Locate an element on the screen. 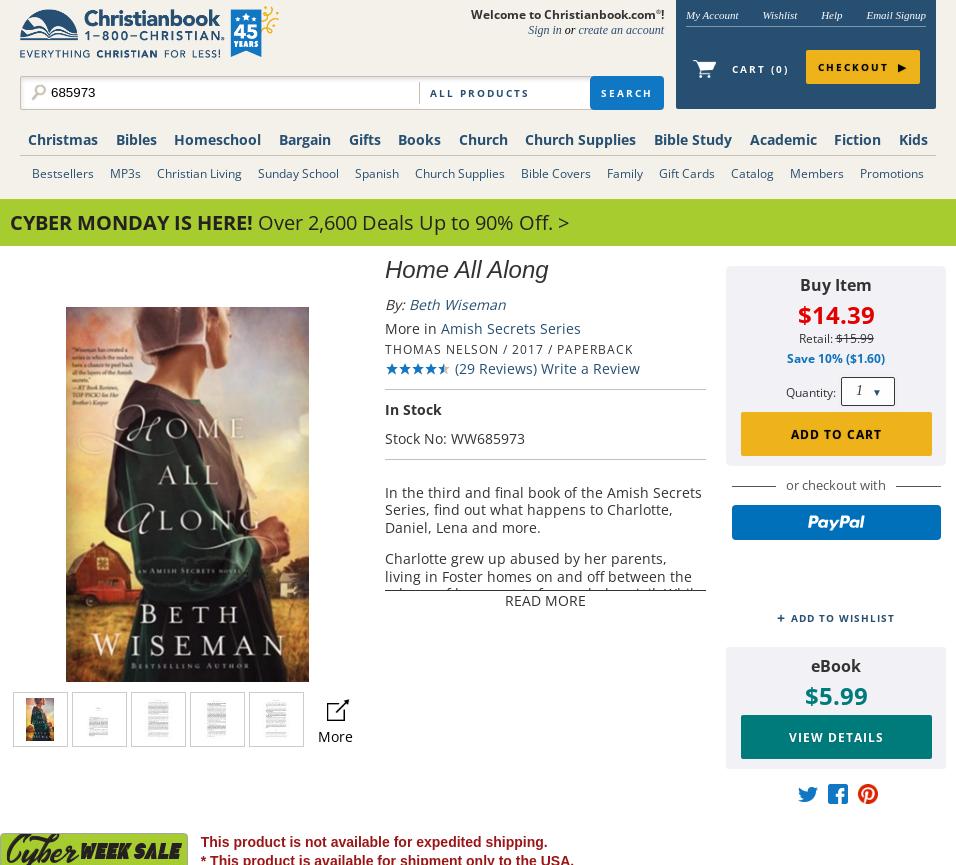 The height and width of the screenshot is (865, 956). 'Bibles' is located at coordinates (135, 139).